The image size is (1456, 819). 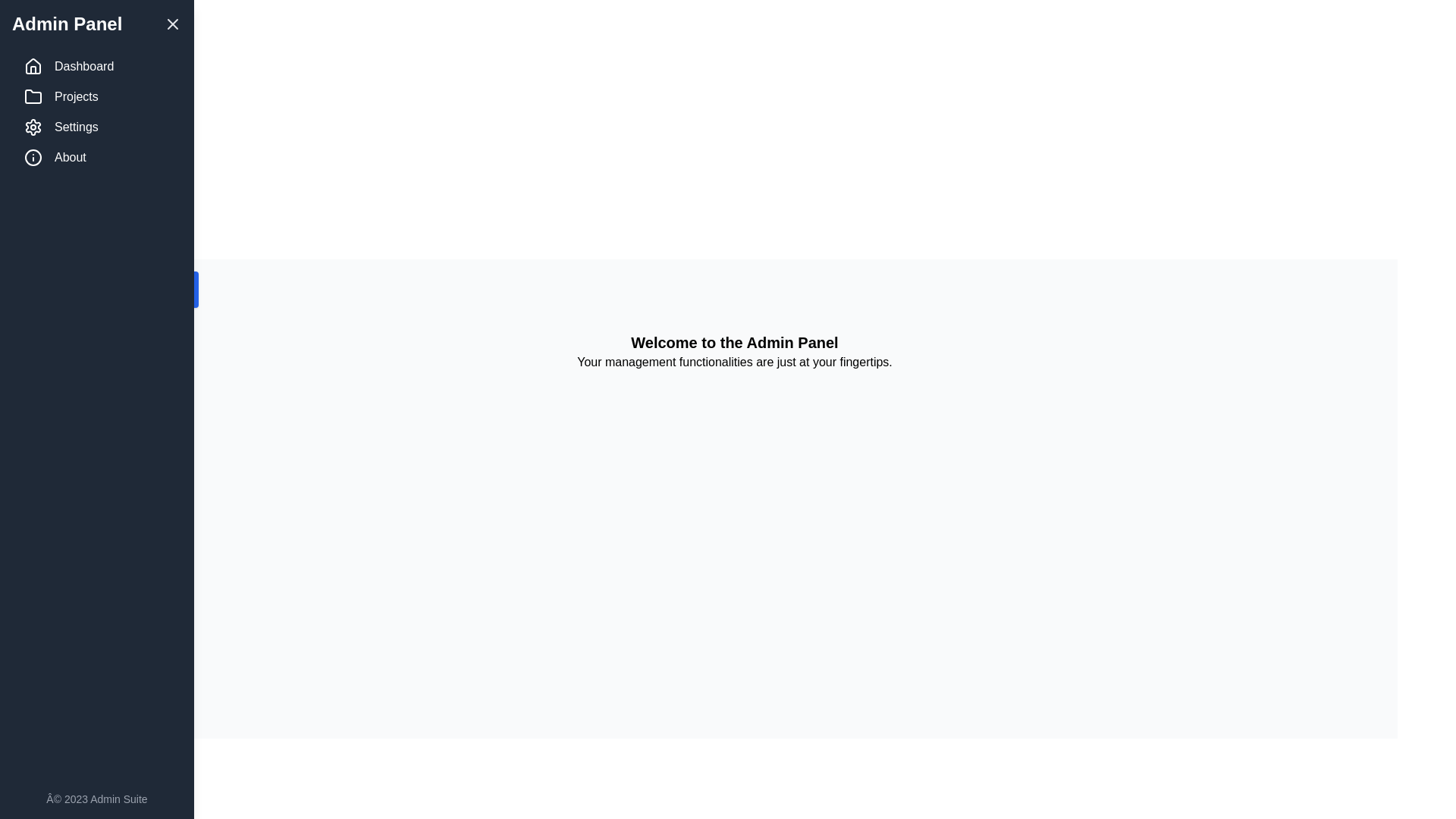 I want to click on the fourth Navigation Button in the vertical menu on the left sidebar to trigger tooltips or hover effects, so click(x=96, y=158).